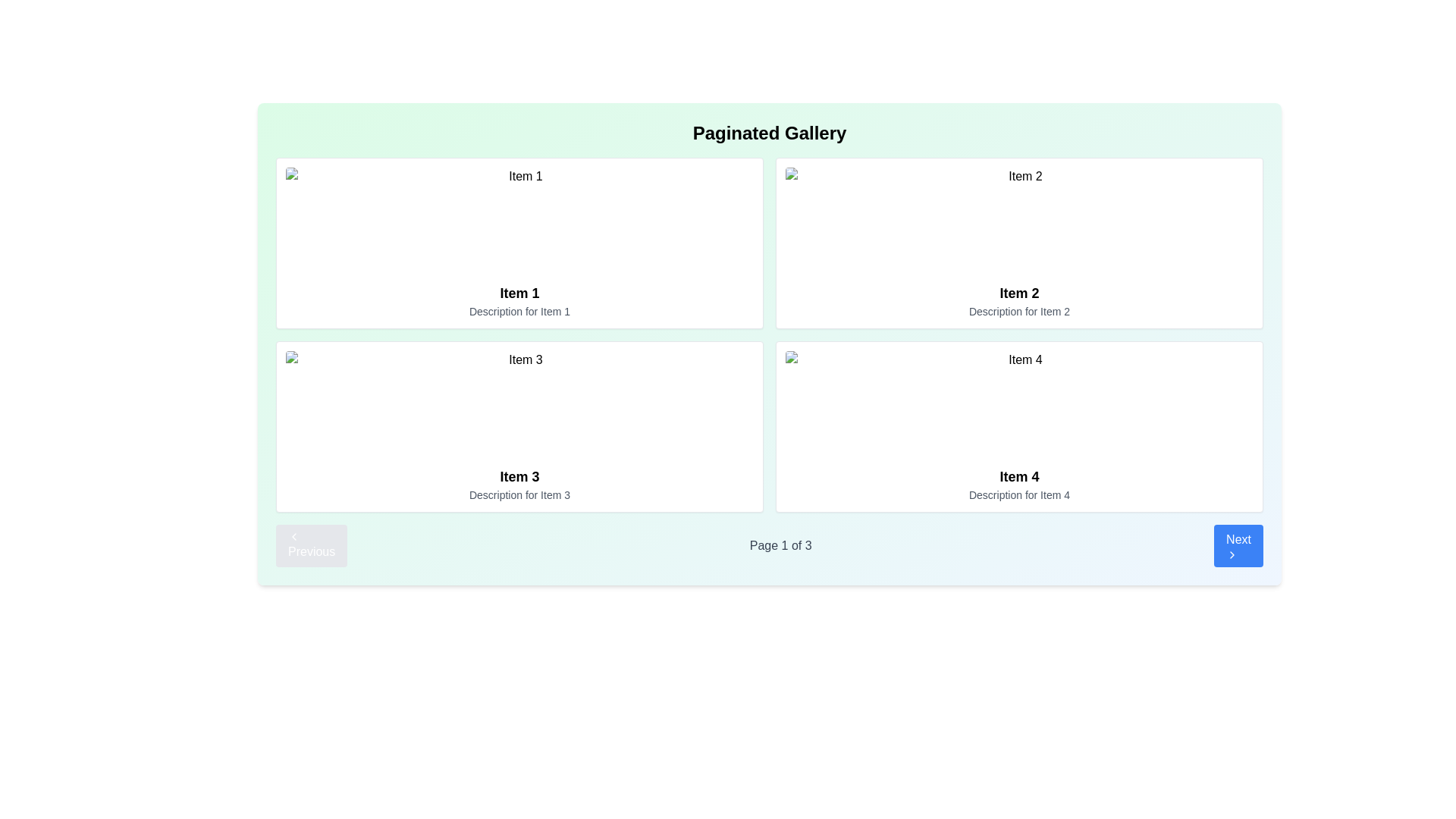  What do you see at coordinates (1019, 311) in the screenshot?
I see `descriptive text label located below the title 'Item 2' in the item card for 'Item 2', which is situated in the top right corner of the grid layout` at bounding box center [1019, 311].